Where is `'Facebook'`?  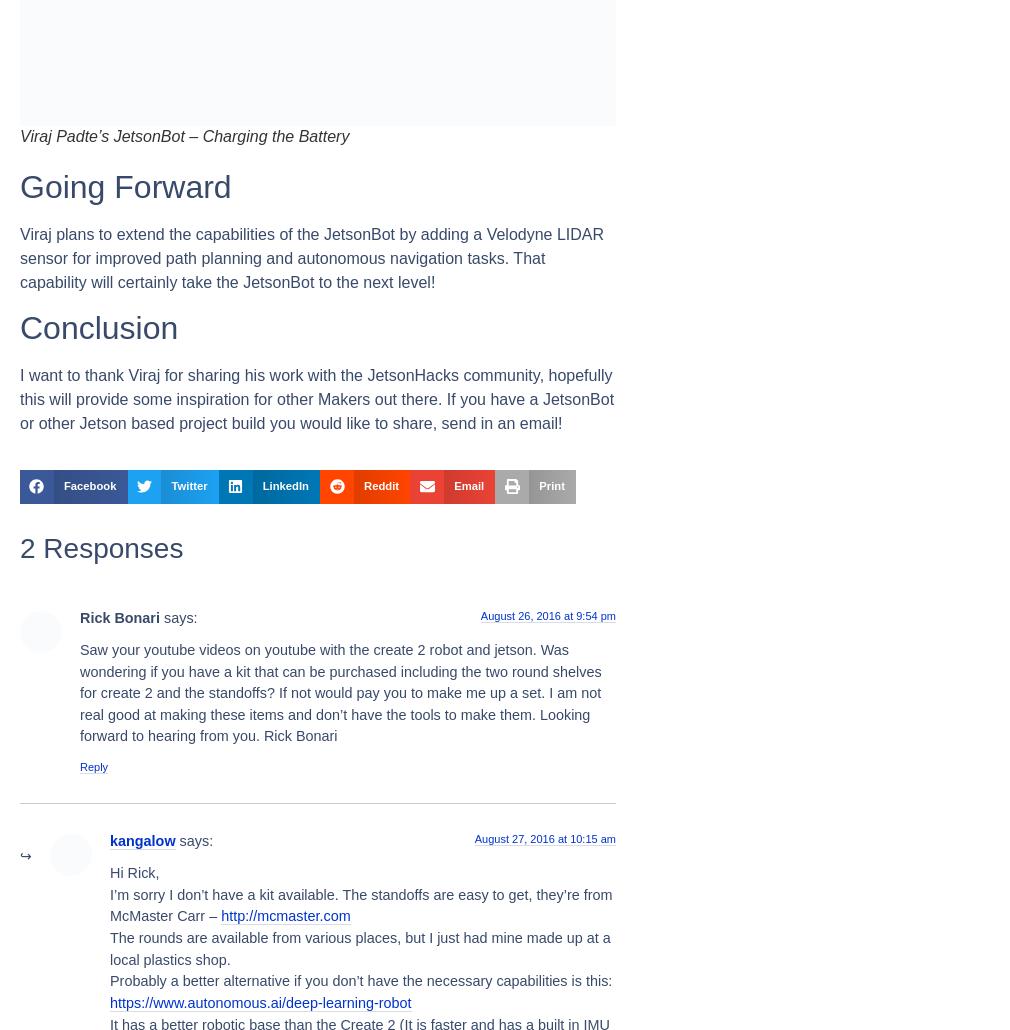
'Facebook' is located at coordinates (88, 484).